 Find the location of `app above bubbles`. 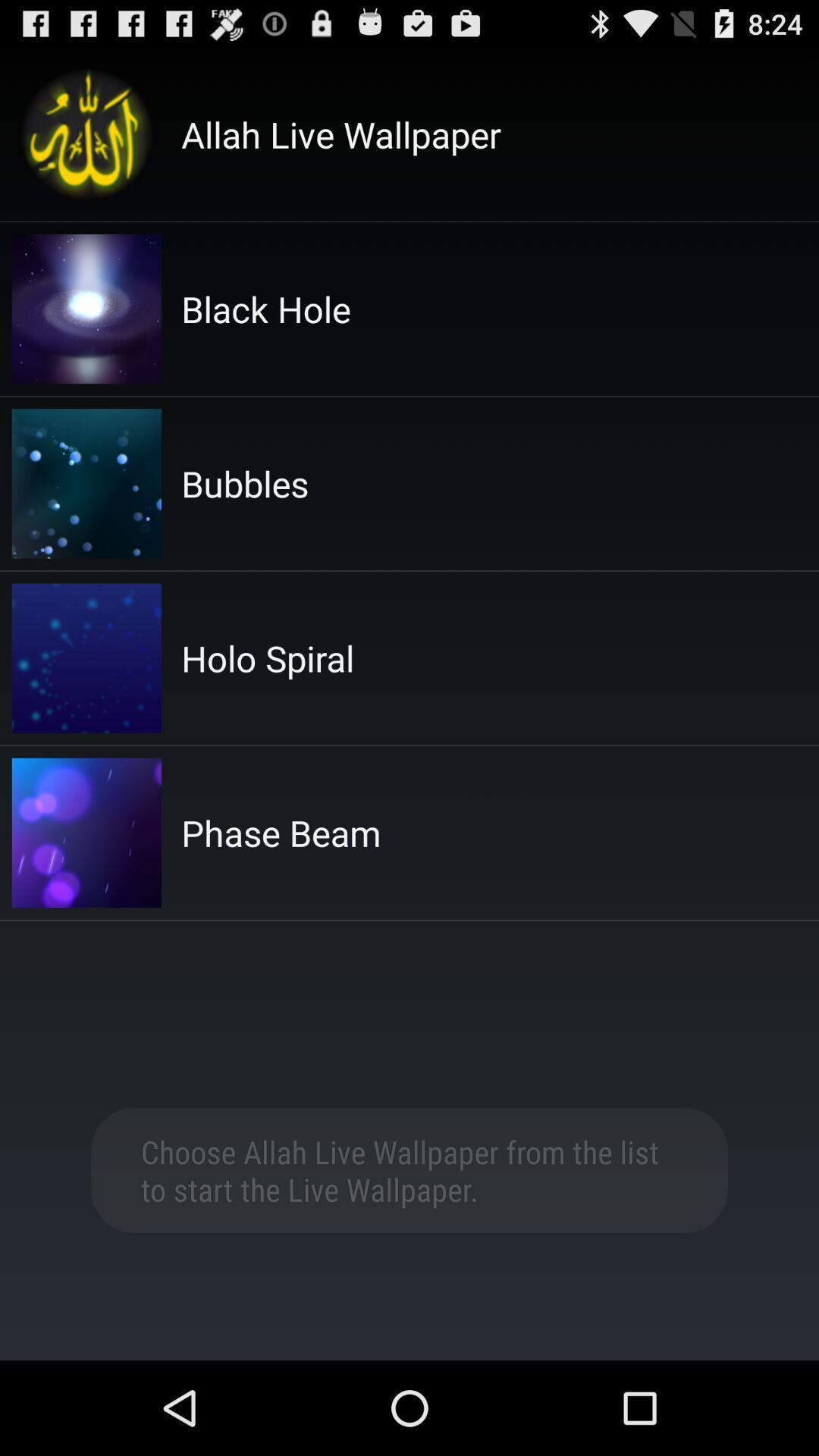

app above bubbles is located at coordinates (265, 308).